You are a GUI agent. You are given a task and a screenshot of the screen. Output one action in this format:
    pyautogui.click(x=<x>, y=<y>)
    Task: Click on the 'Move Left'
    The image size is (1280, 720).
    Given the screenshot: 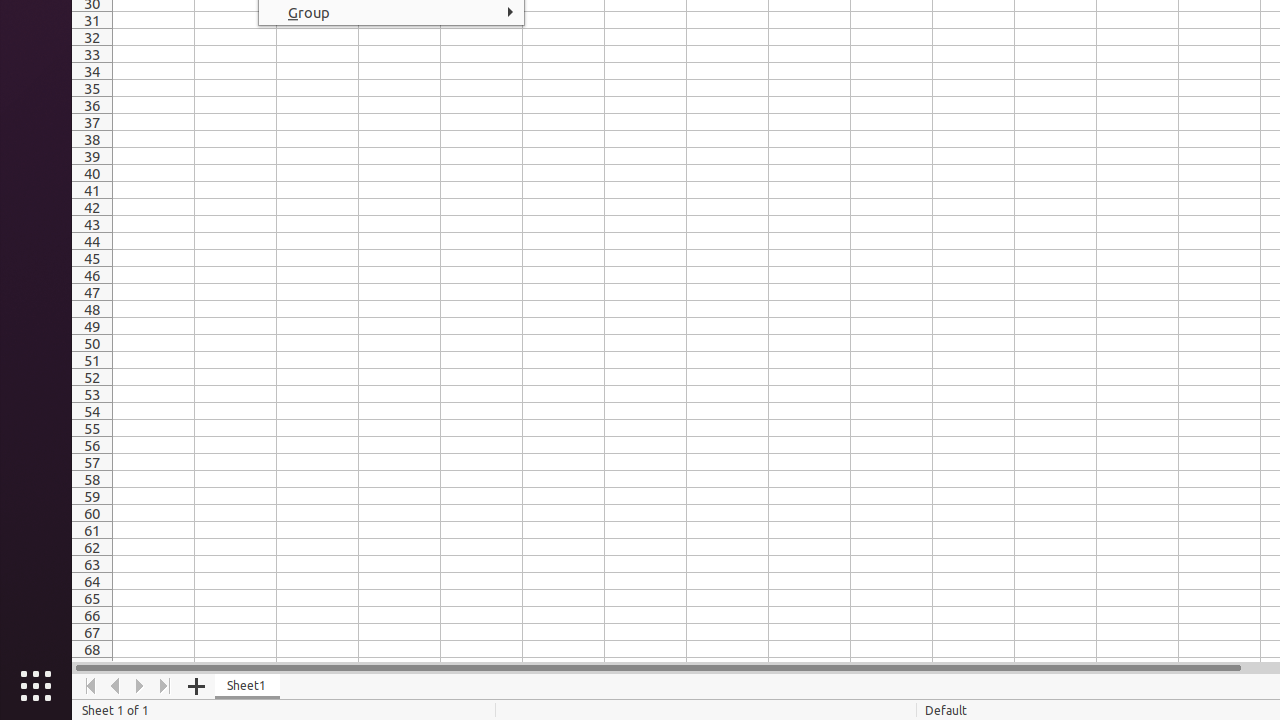 What is the action you would take?
    pyautogui.click(x=114, y=685)
    